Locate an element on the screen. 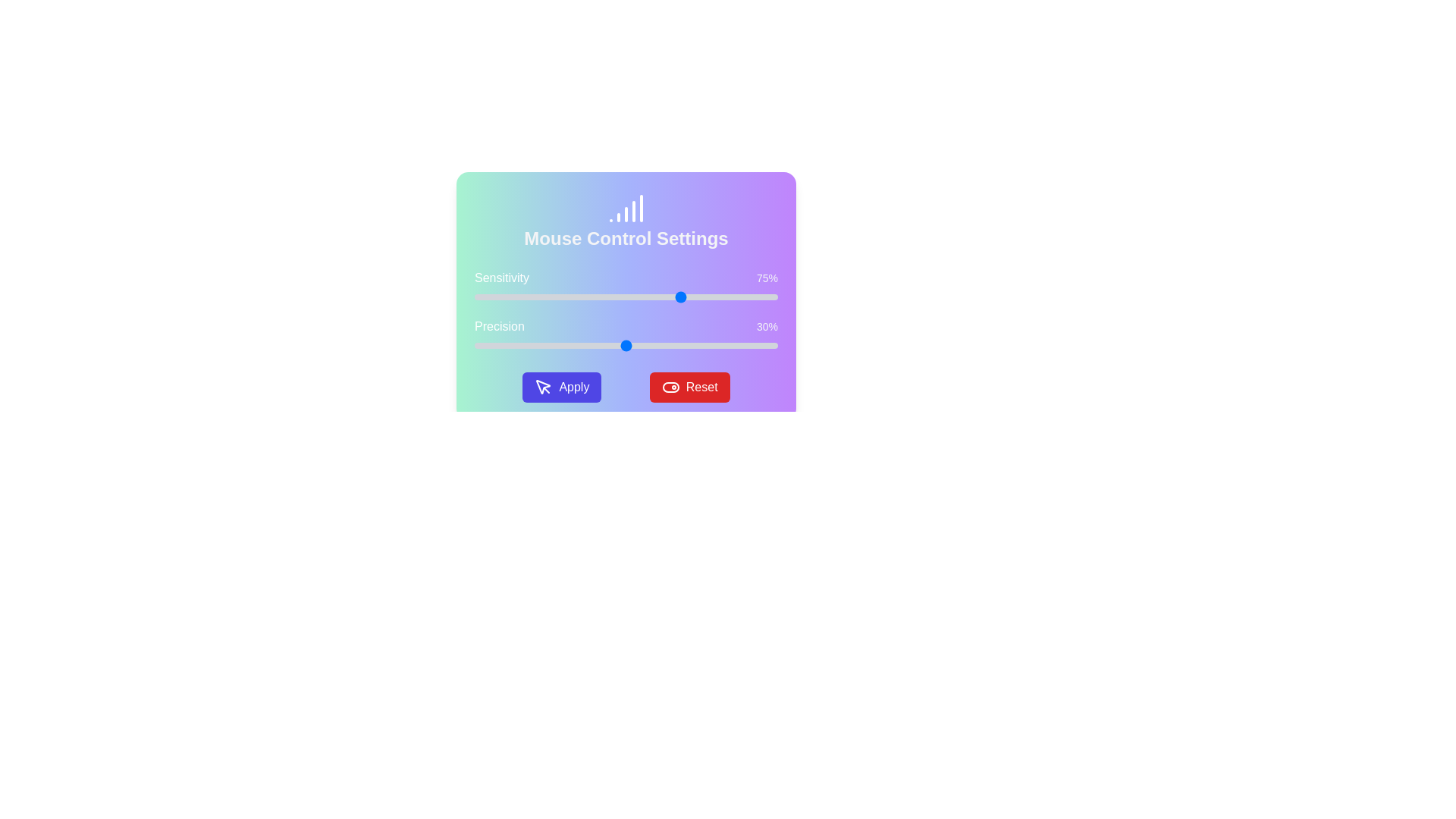 Image resolution: width=1456 pixels, height=819 pixels. the mouse pointer icon located within the 'Apply' button is located at coordinates (544, 386).